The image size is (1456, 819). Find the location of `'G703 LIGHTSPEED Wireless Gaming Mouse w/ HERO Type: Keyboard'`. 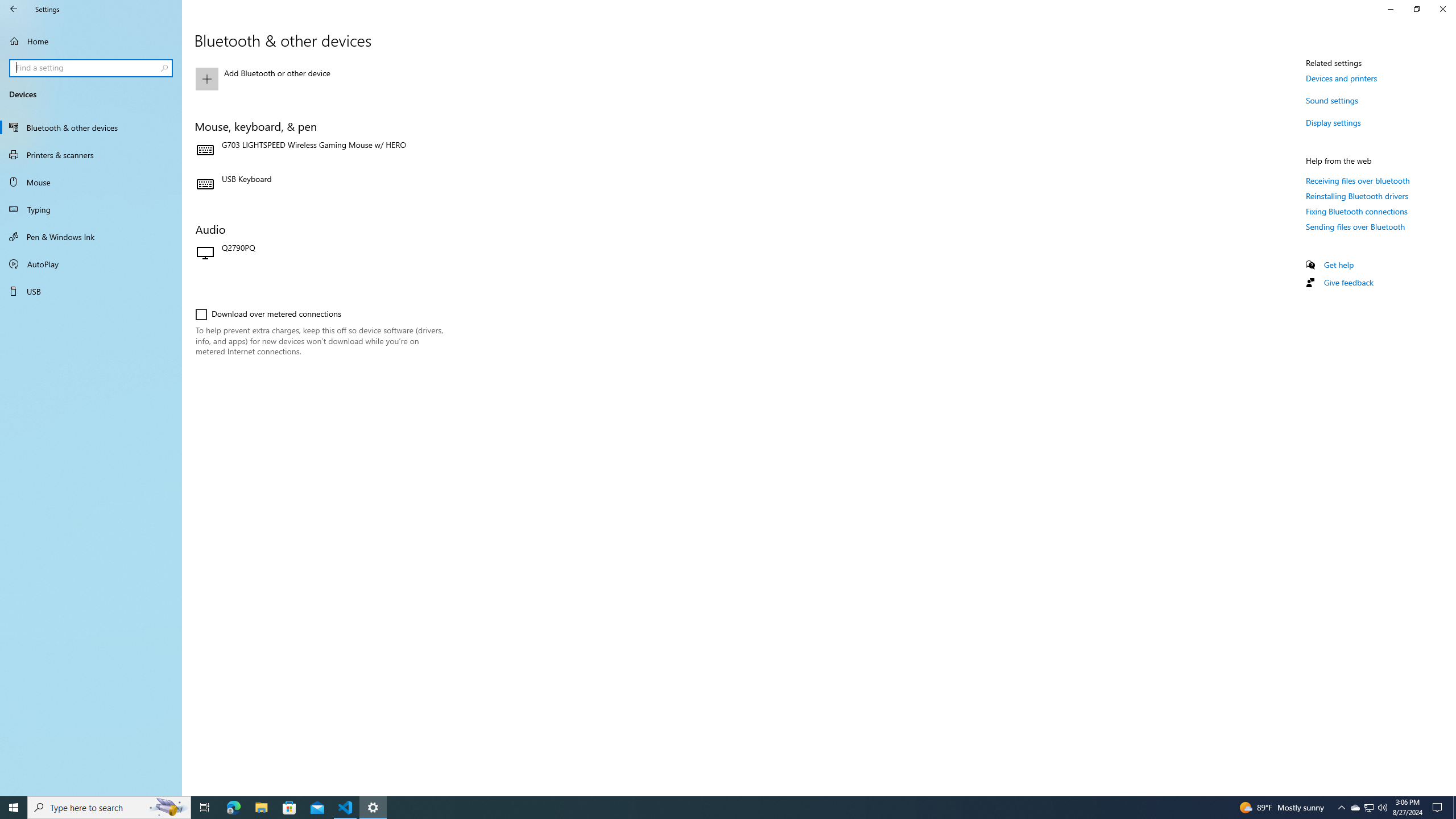

'G703 LIGHTSPEED Wireless Gaming Mouse w/ HERO Type: Keyboard' is located at coordinates (318, 150).